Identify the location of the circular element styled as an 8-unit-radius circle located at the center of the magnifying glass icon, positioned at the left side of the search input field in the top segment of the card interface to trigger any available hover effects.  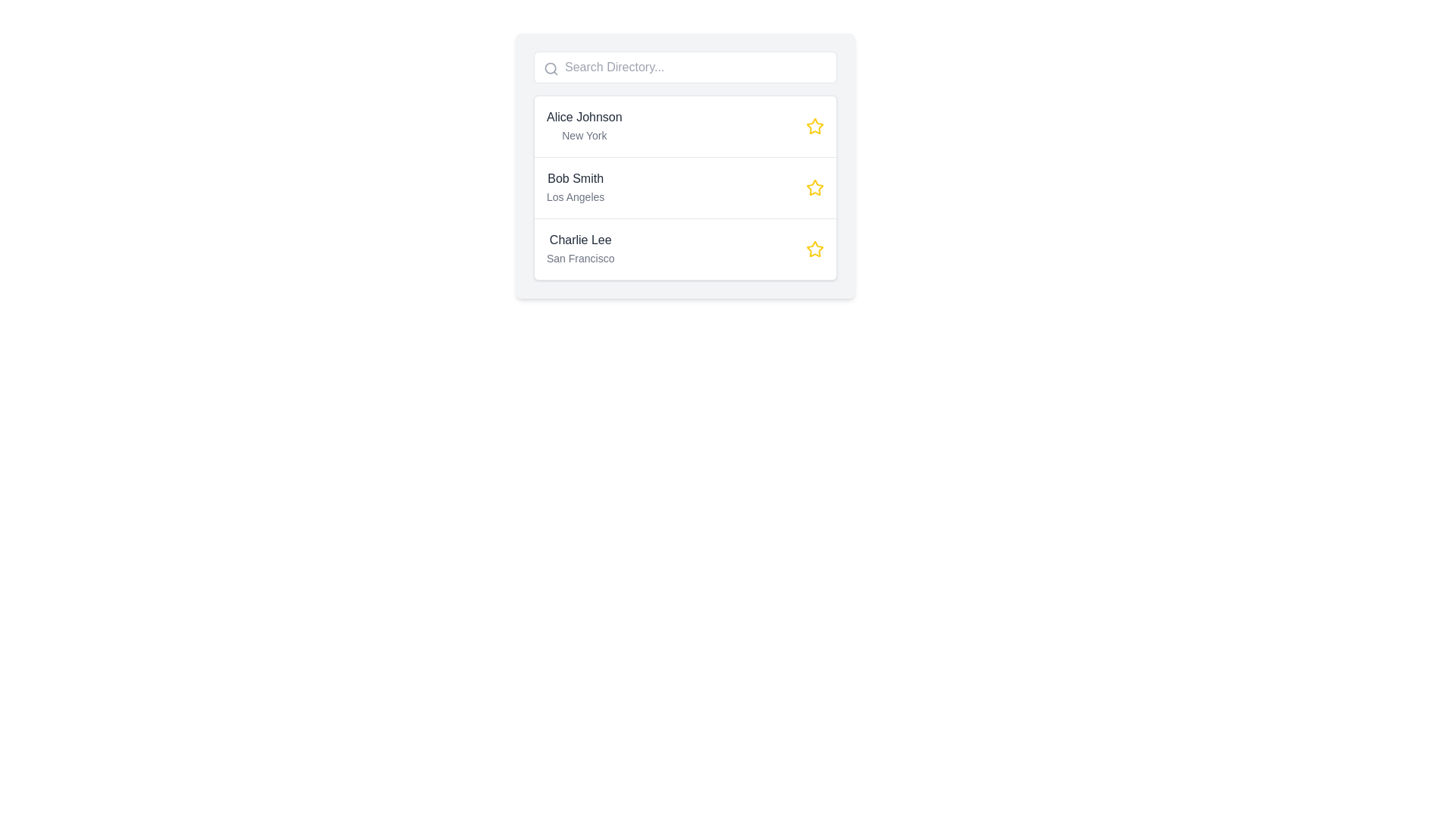
(550, 68).